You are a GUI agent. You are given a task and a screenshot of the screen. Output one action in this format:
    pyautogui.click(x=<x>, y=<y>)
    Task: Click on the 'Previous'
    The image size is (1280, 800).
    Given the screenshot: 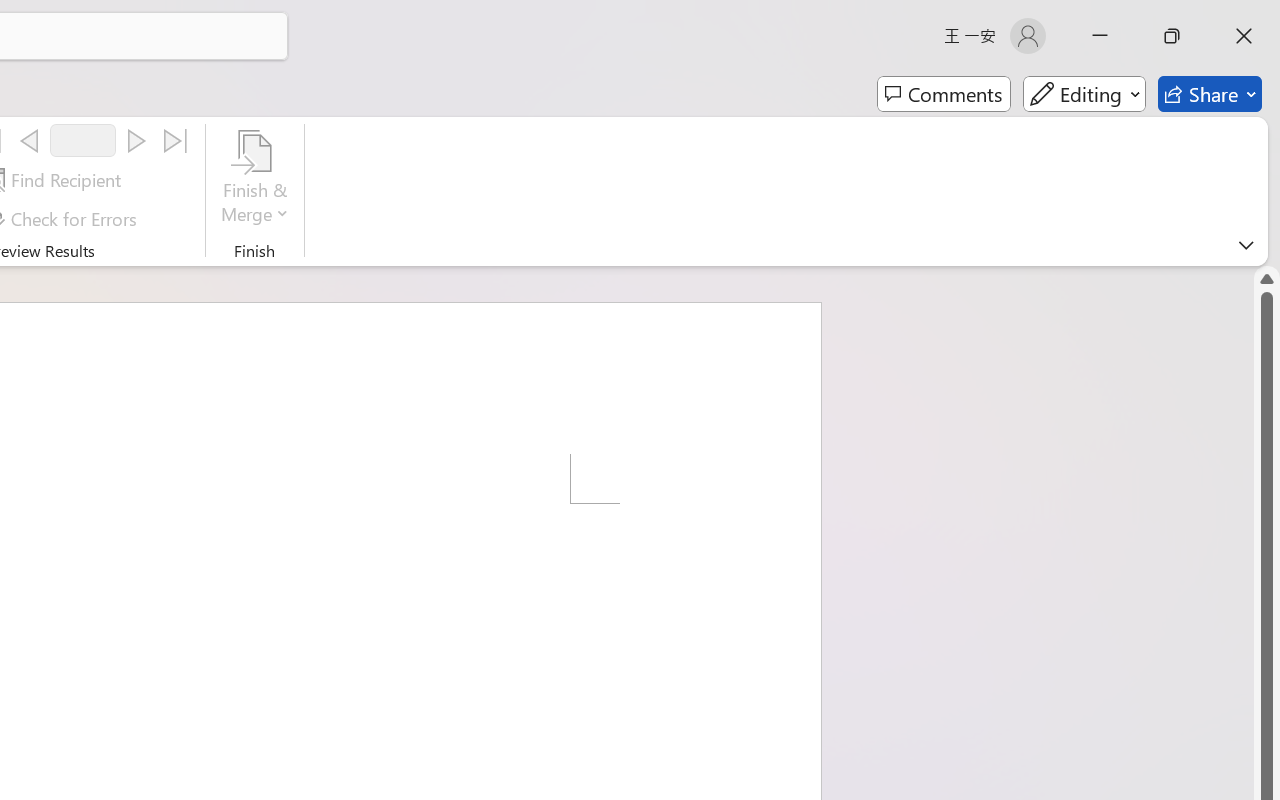 What is the action you would take?
    pyautogui.click(x=29, y=141)
    